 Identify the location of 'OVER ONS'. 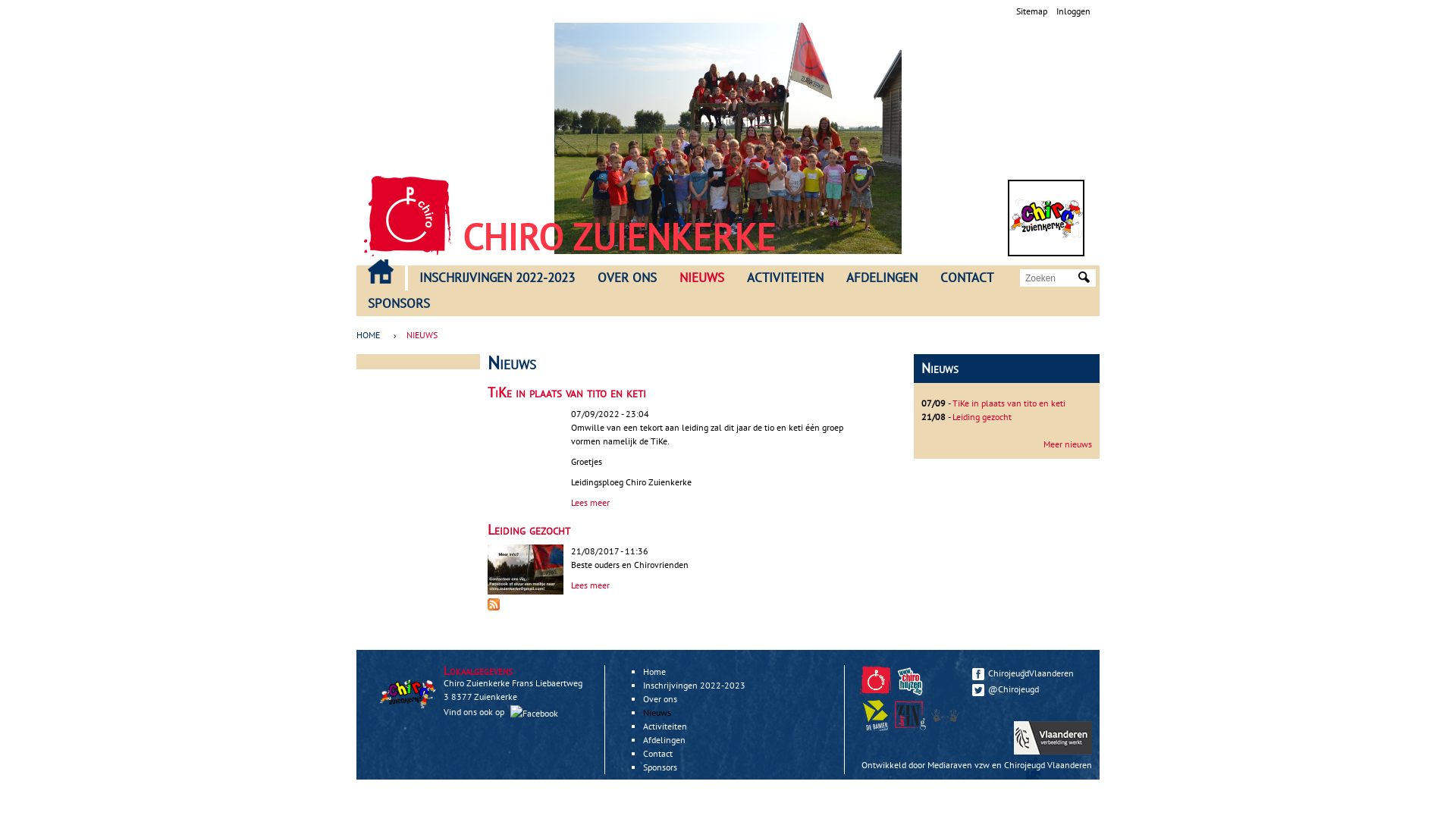
(626, 278).